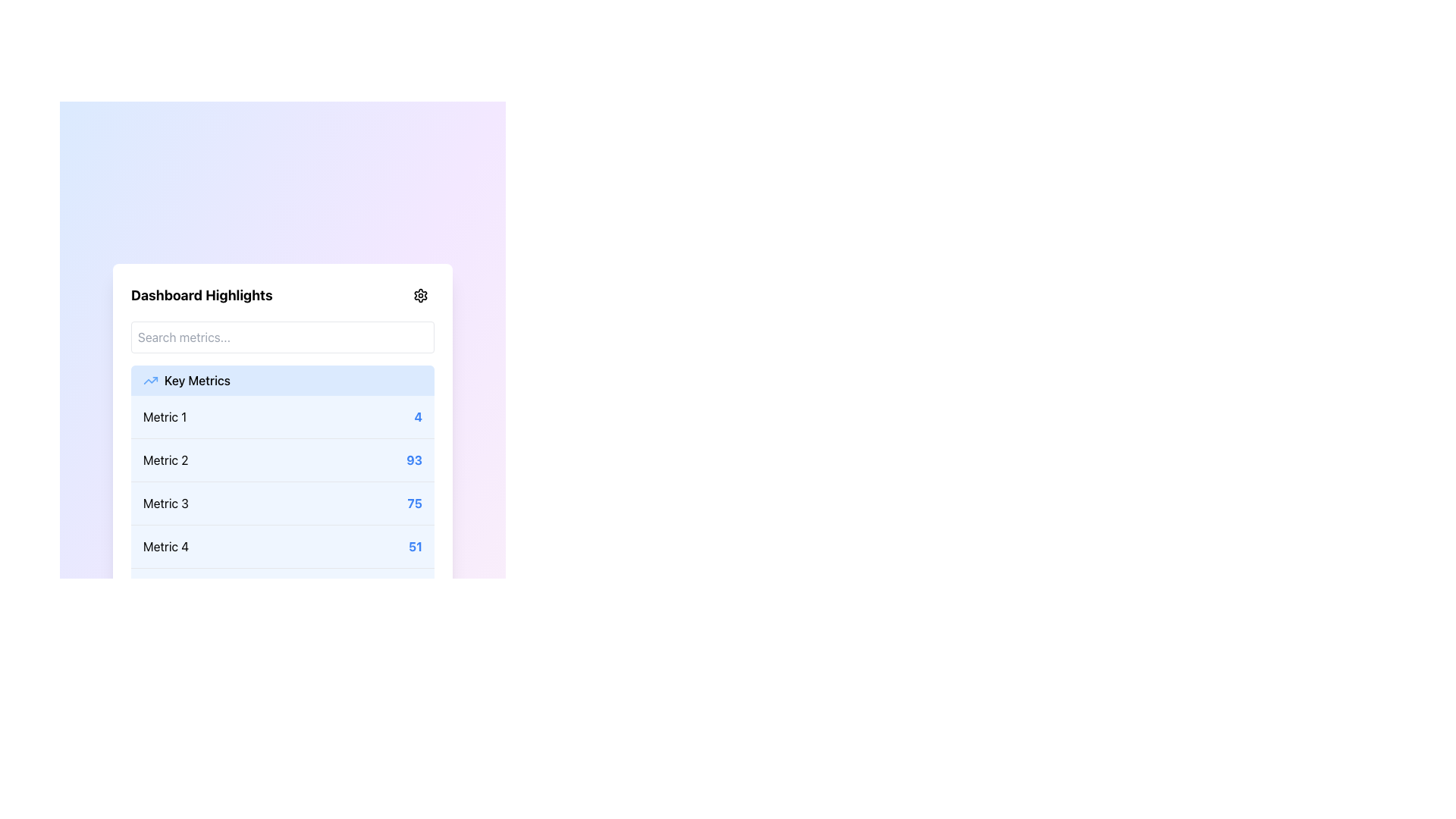 The width and height of the screenshot is (1456, 819). Describe the element at coordinates (421, 295) in the screenshot. I see `the settings button located to the right of the 'Dashboard Highlights' header` at that location.